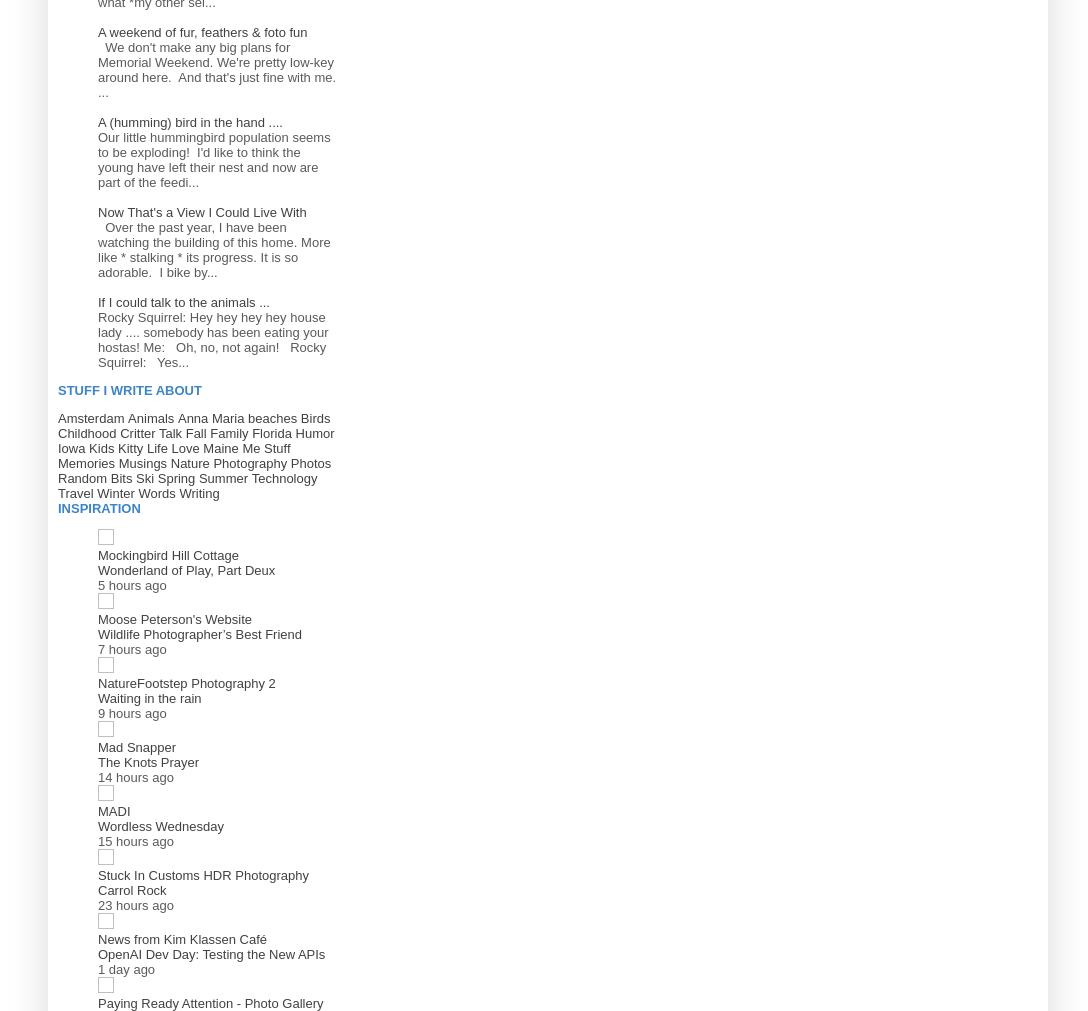  What do you see at coordinates (141, 461) in the screenshot?
I see `'Musings'` at bounding box center [141, 461].